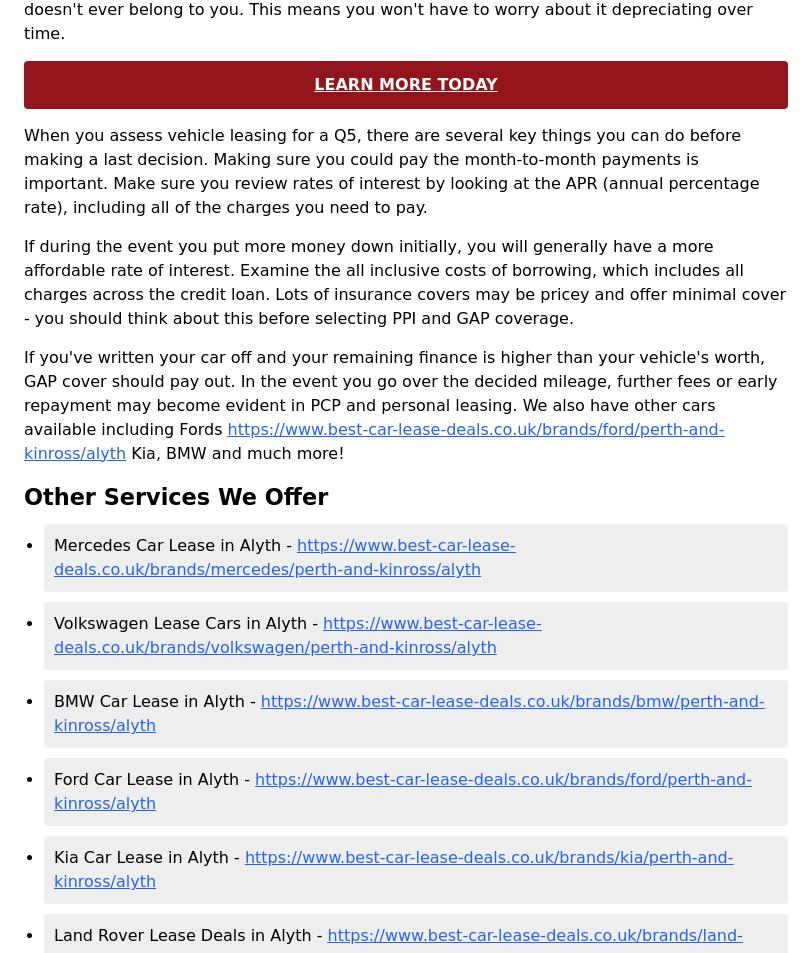 This screenshot has height=953, width=812. I want to click on 'BMW Car Lease in Alyth -', so click(156, 701).